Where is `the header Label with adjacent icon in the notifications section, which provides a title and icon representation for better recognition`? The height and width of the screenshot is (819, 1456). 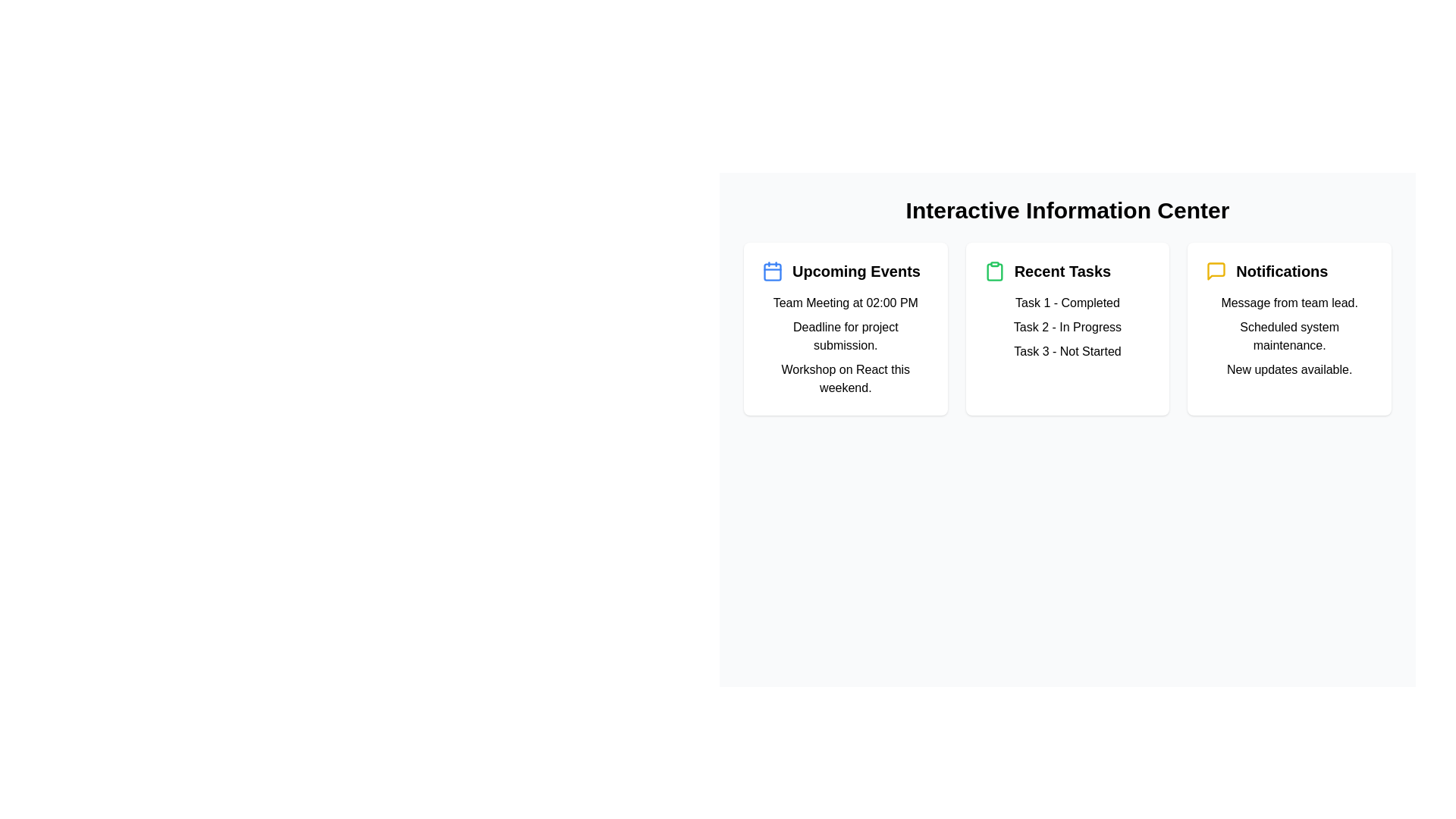 the header Label with adjacent icon in the notifications section, which provides a title and icon representation for better recognition is located at coordinates (1288, 271).